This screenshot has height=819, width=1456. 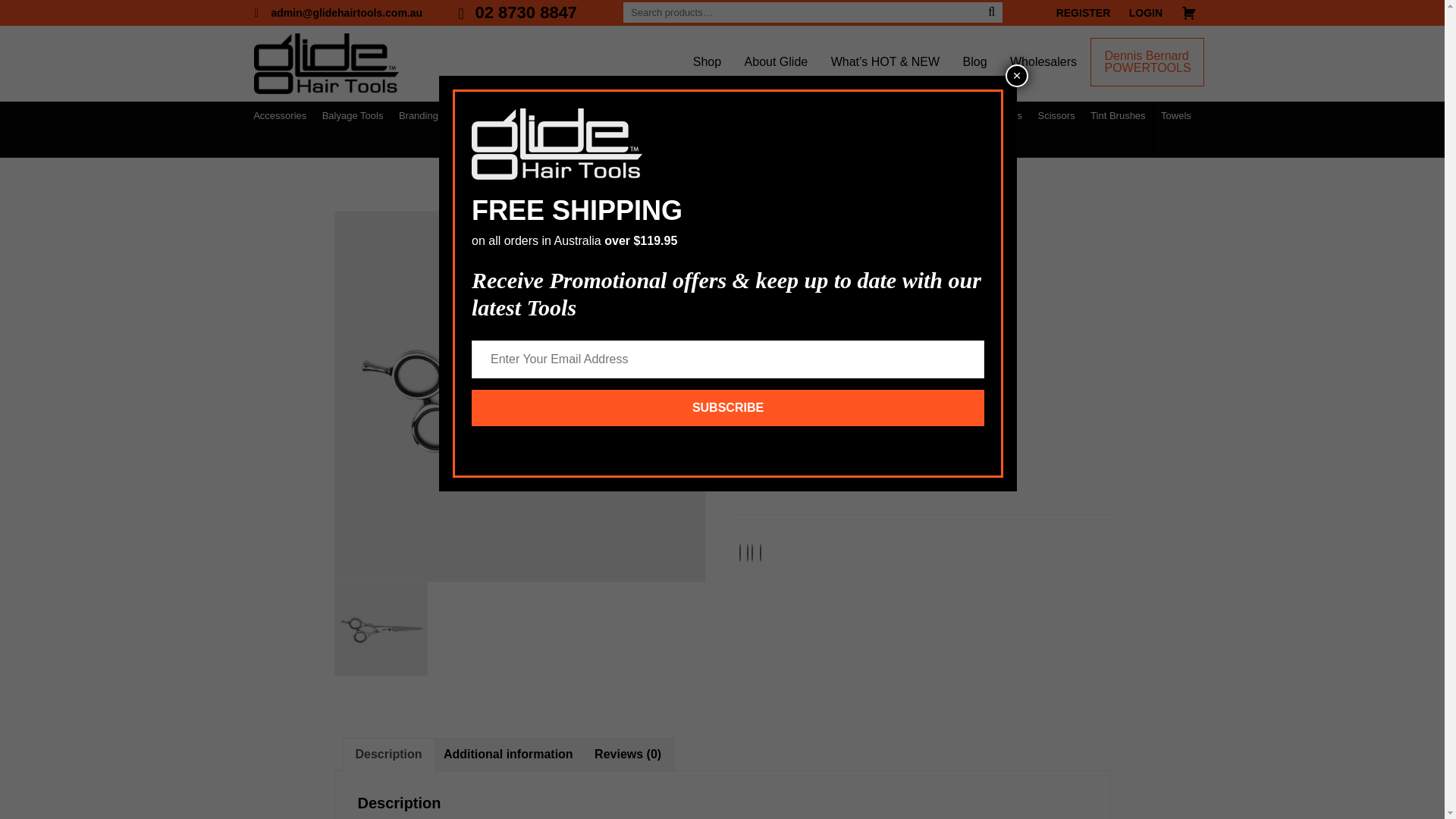 I want to click on 'admin@glidehairtools.com.au', so click(x=338, y=12).